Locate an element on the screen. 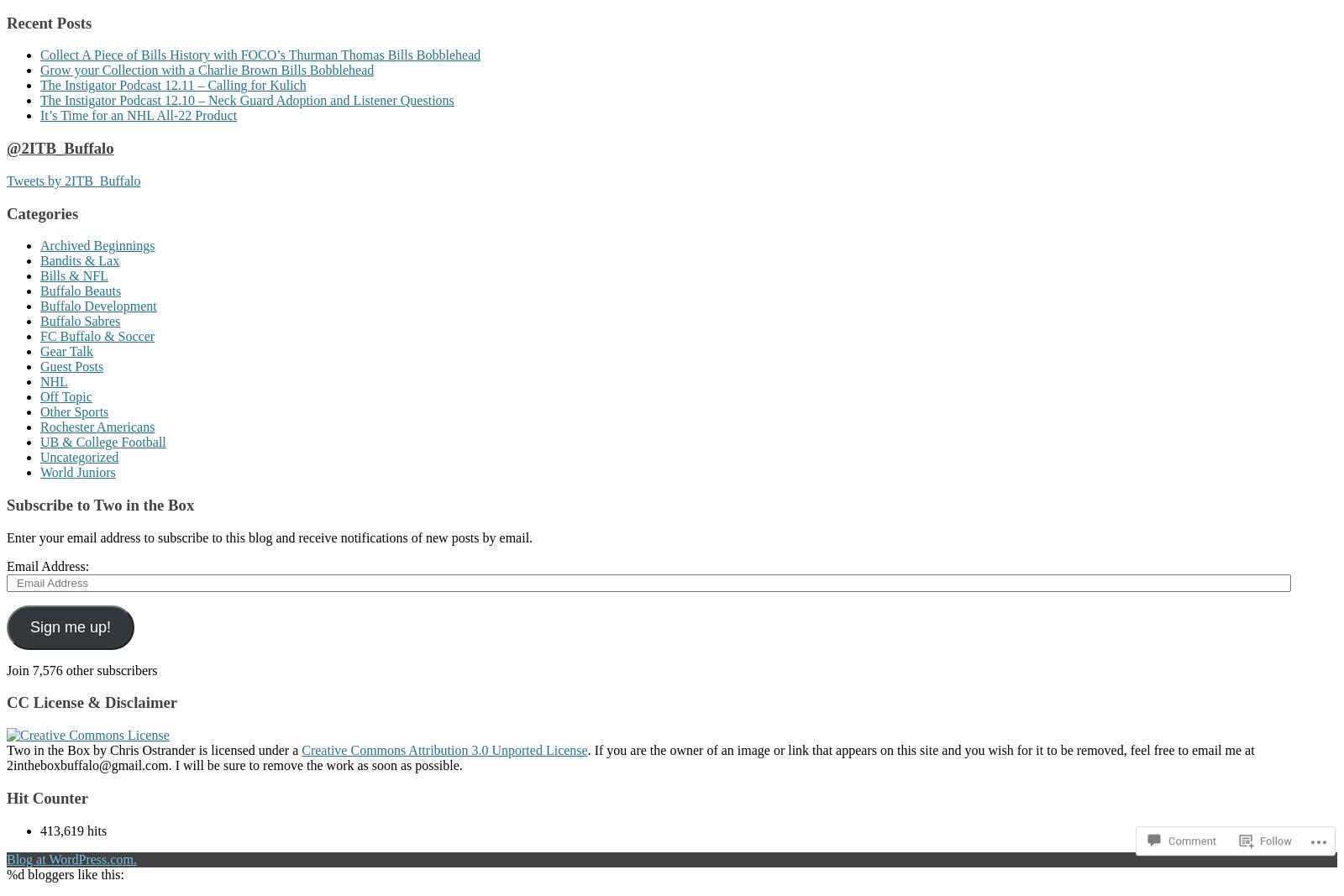 This screenshot has width=1344, height=896. 'Collect A Piece of Bills History with FOCO’s Thurman Thomas Bills Bobblehead' is located at coordinates (260, 54).